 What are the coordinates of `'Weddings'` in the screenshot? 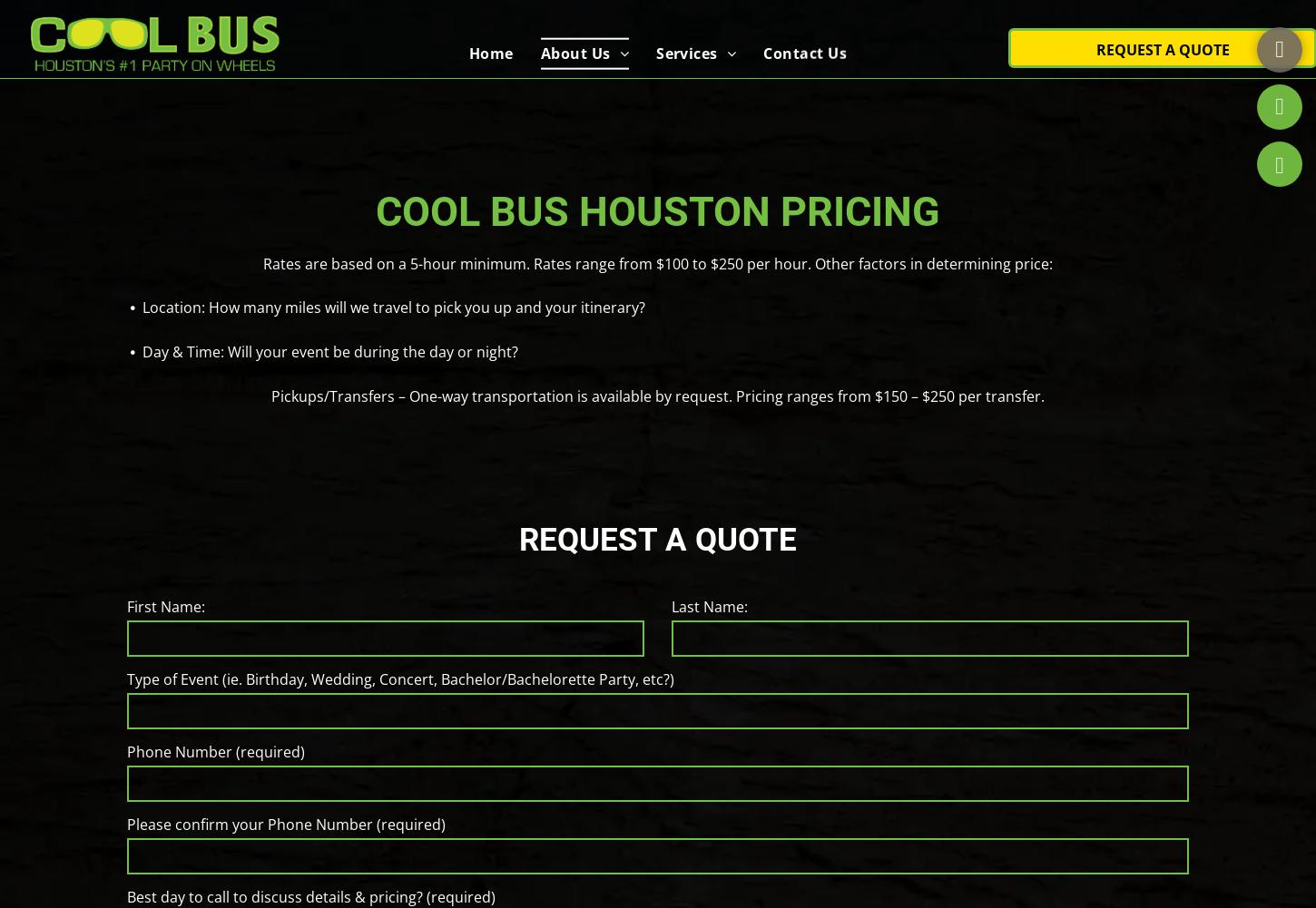 It's located at (705, 72).